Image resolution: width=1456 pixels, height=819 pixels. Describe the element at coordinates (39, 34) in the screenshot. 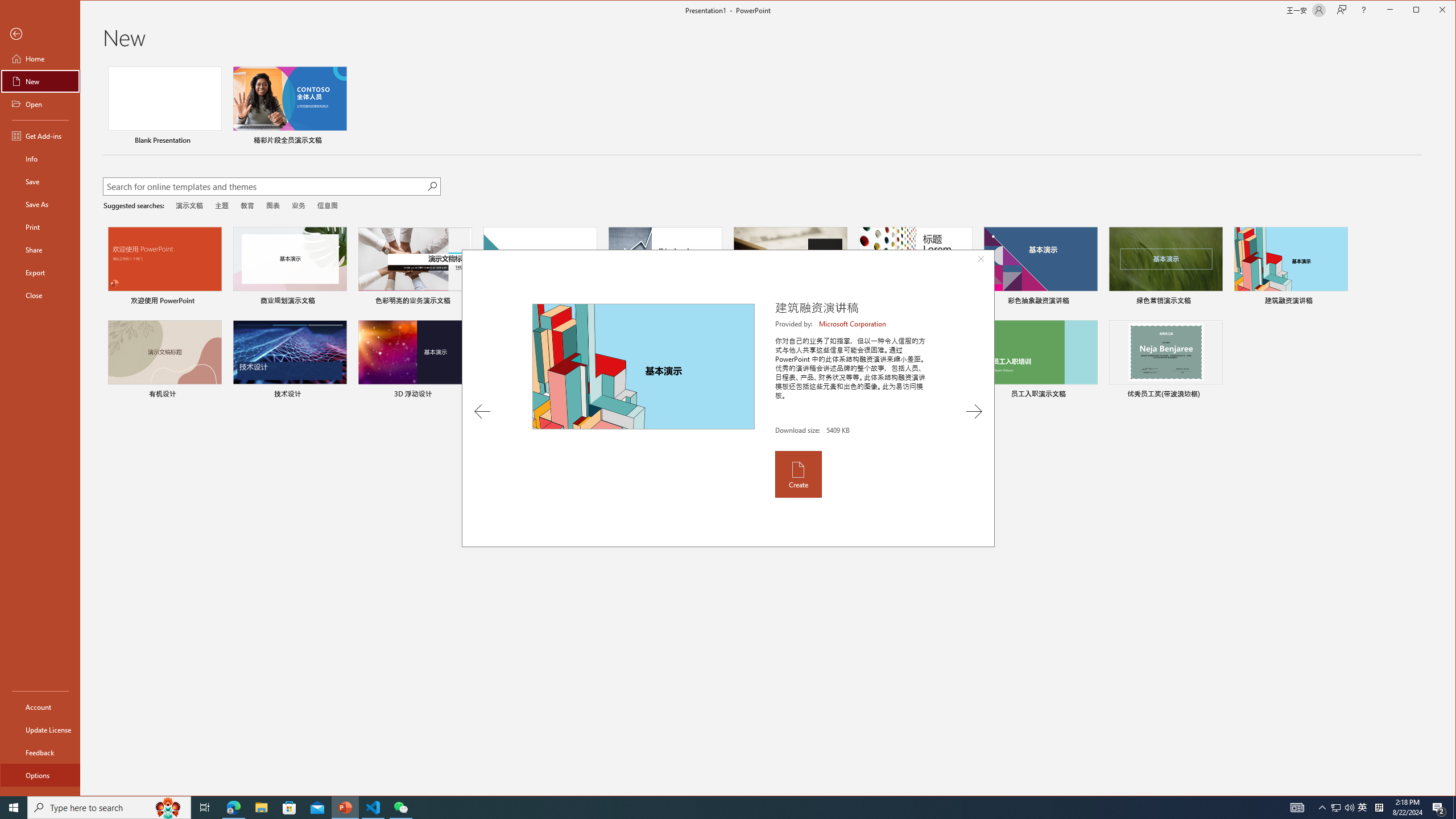

I see `'Back'` at that location.